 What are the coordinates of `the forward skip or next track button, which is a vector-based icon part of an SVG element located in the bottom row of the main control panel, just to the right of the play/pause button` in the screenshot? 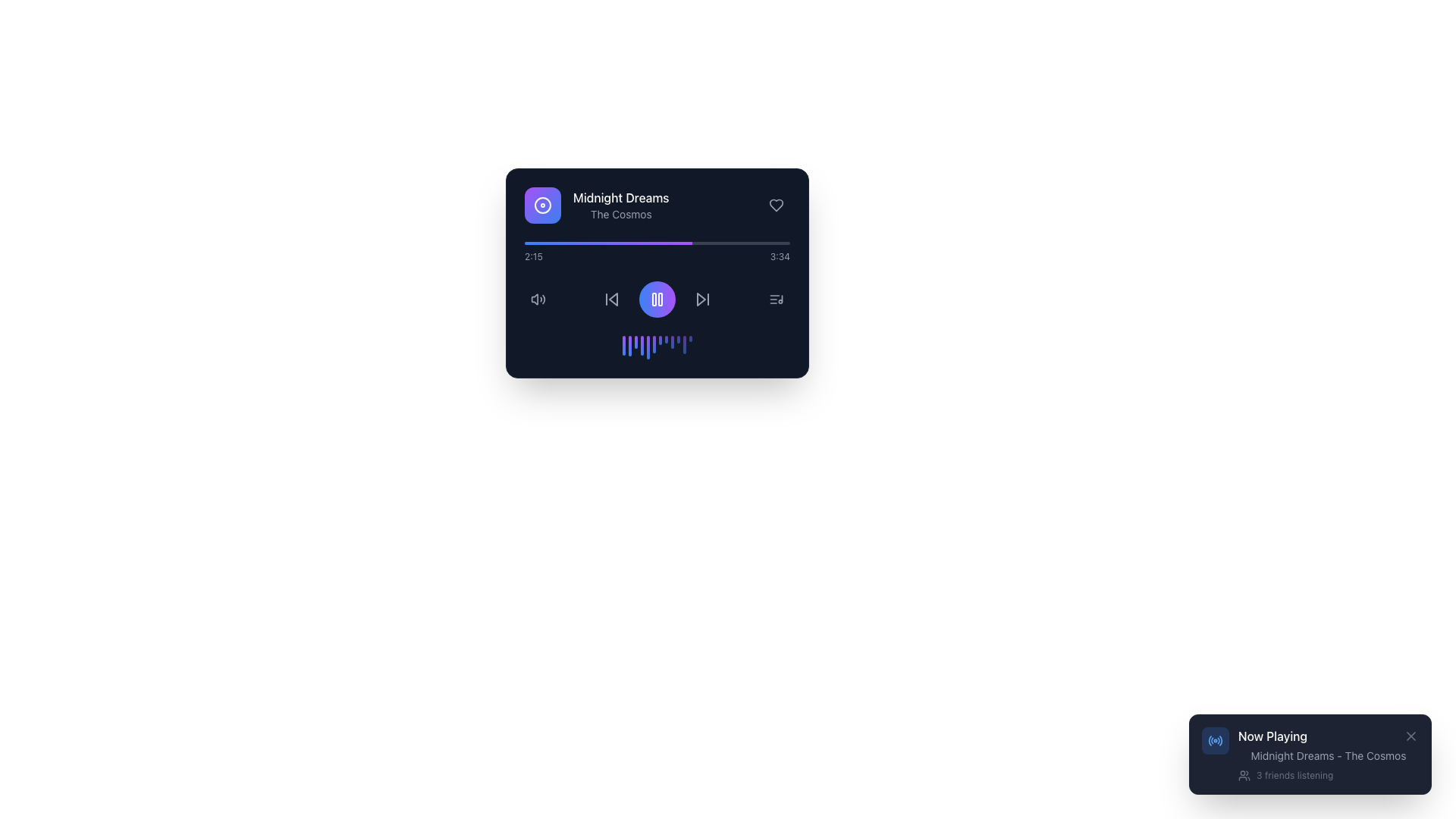 It's located at (701, 299).